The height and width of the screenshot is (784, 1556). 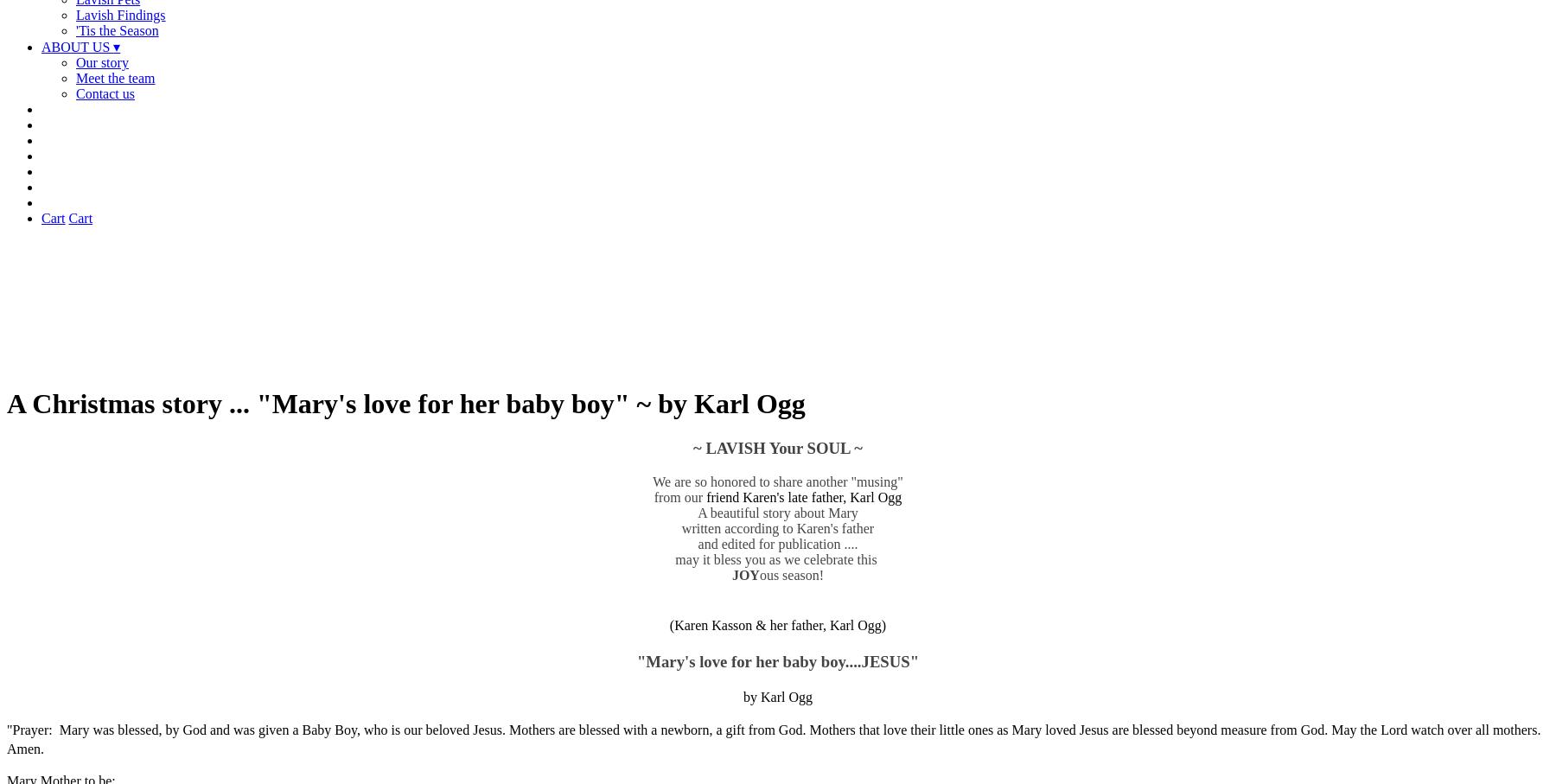 I want to click on 'friend Karen's late father, Karl Ogg', so click(x=803, y=496).